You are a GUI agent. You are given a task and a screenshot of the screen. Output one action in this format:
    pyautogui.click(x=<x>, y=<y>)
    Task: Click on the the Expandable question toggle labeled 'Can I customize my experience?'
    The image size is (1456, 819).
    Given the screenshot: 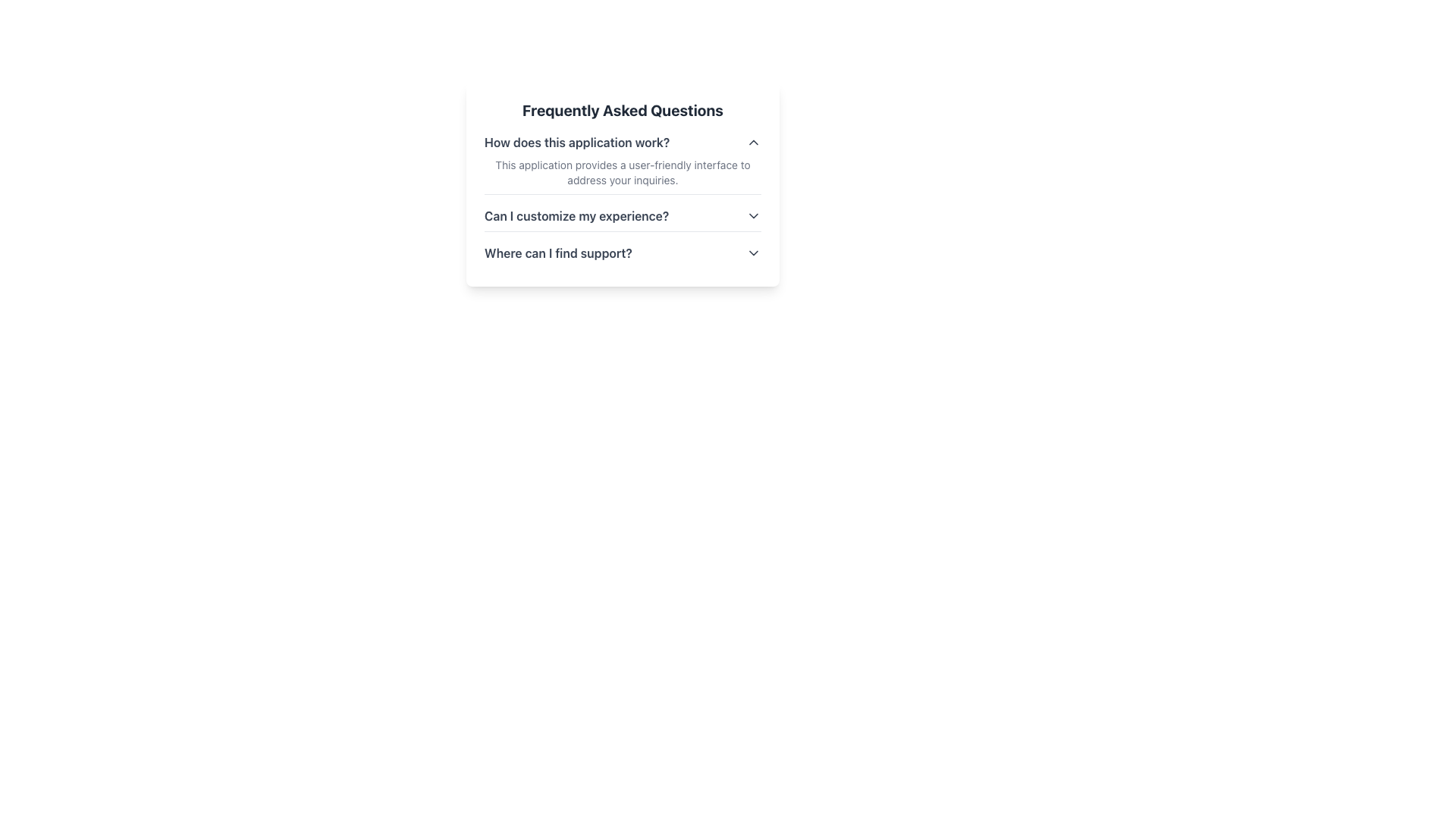 What is the action you would take?
    pyautogui.click(x=623, y=216)
    